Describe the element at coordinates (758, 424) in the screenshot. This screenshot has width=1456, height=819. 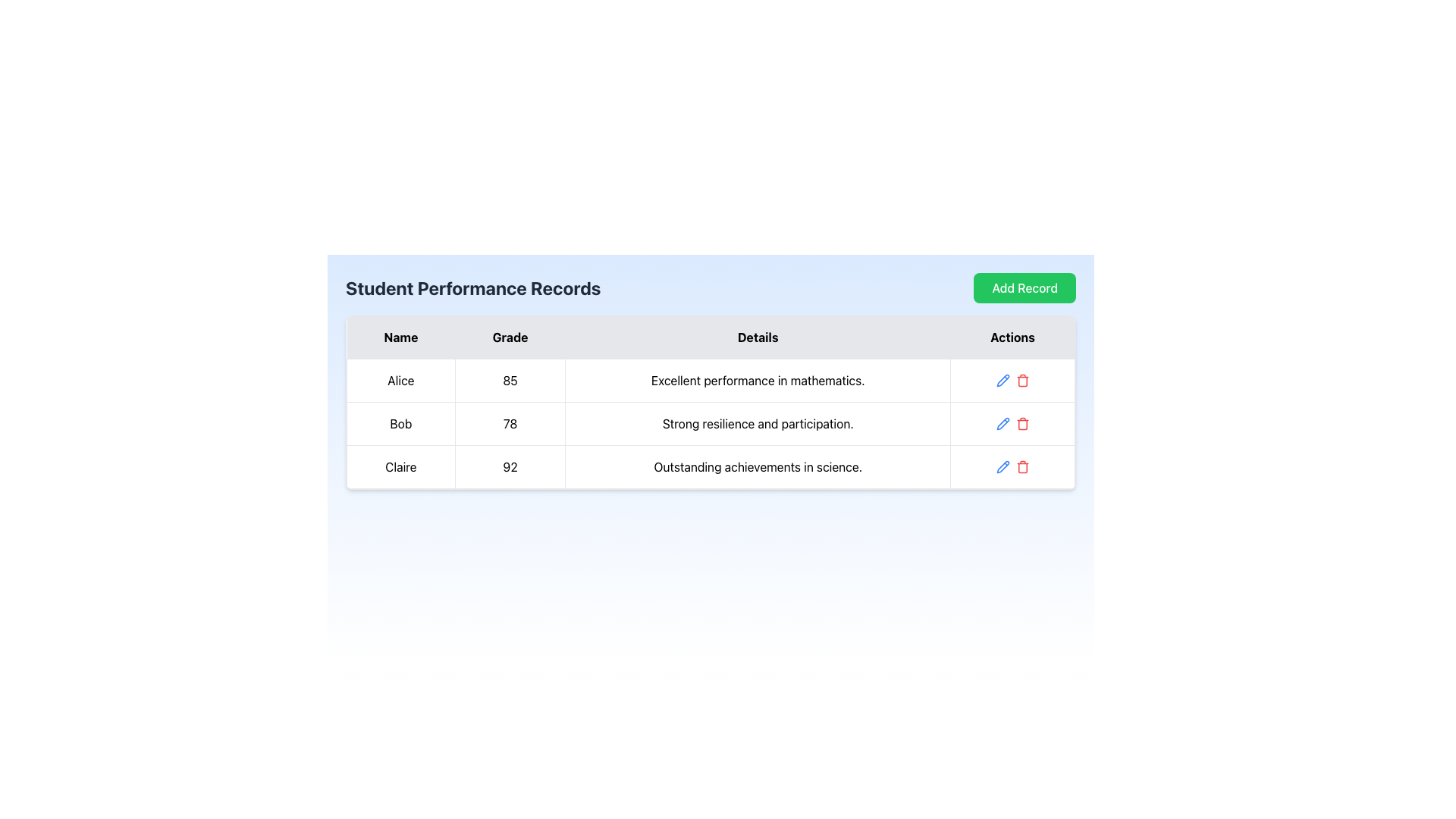
I see `the static text displaying 'Strong resilience and participation.' located in the second row of the table, third column under 'Details.'` at that location.